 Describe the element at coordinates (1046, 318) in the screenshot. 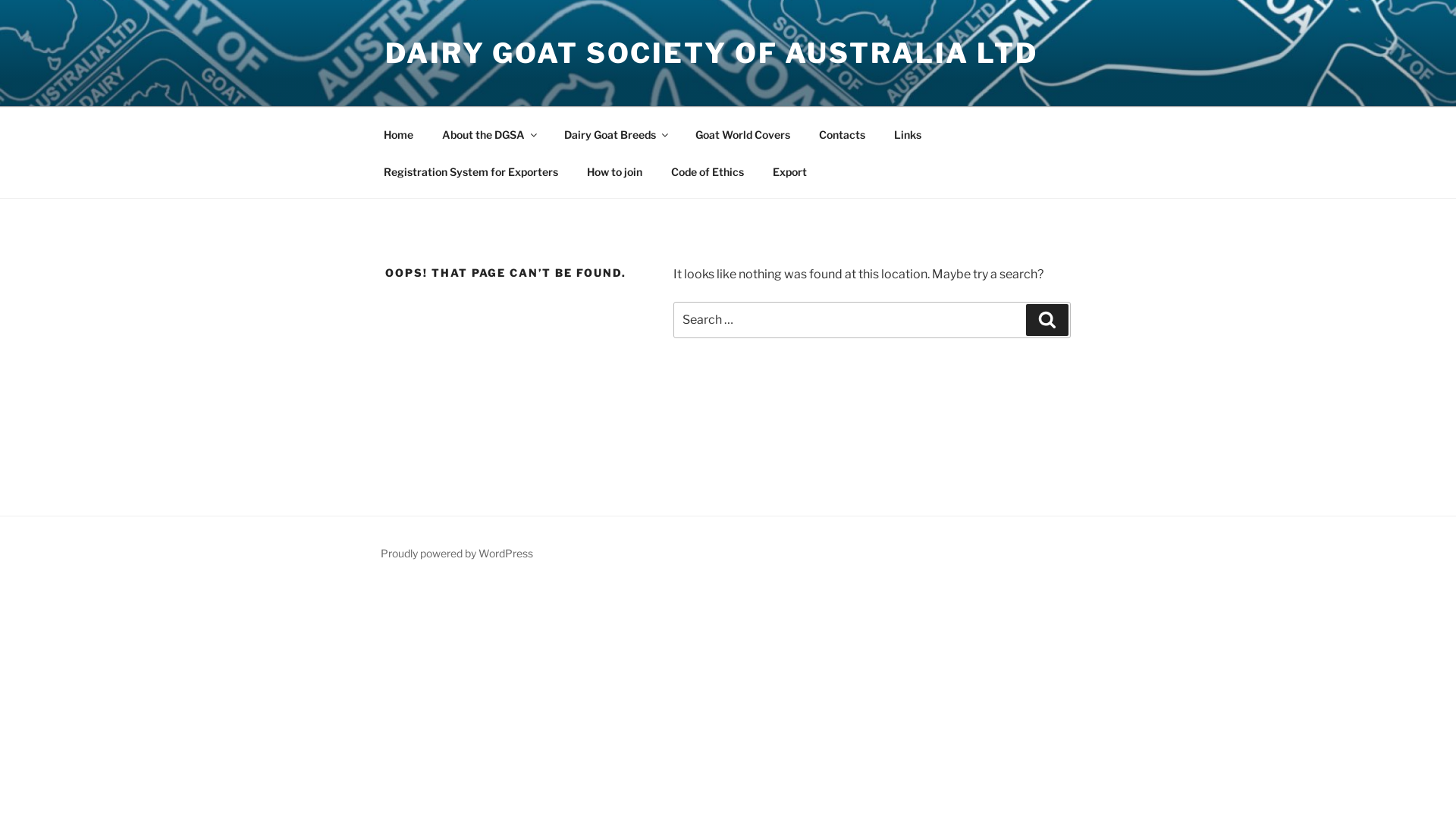

I see `'Search'` at that location.